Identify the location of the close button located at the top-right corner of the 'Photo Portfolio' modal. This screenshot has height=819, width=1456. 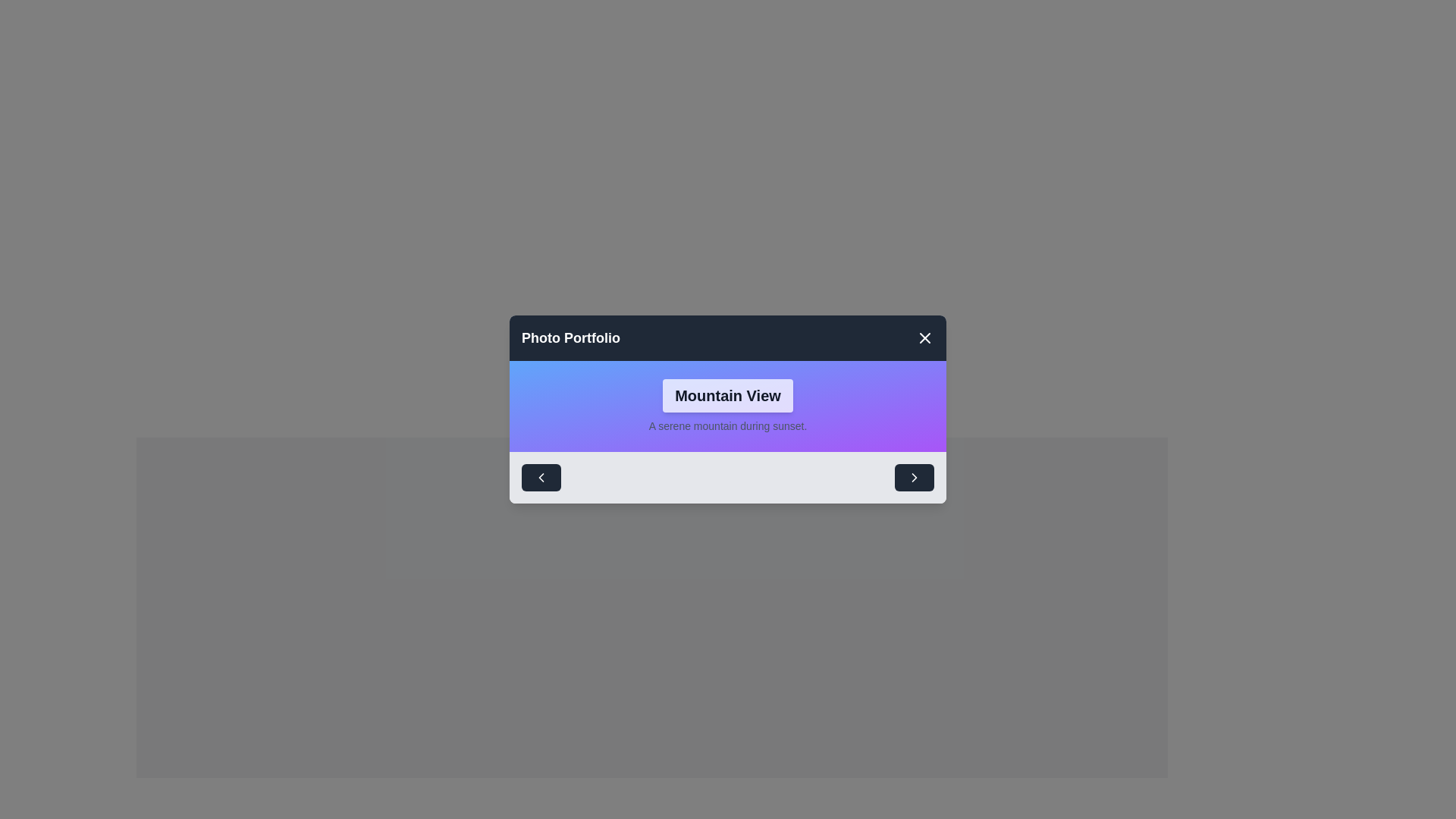
(924, 337).